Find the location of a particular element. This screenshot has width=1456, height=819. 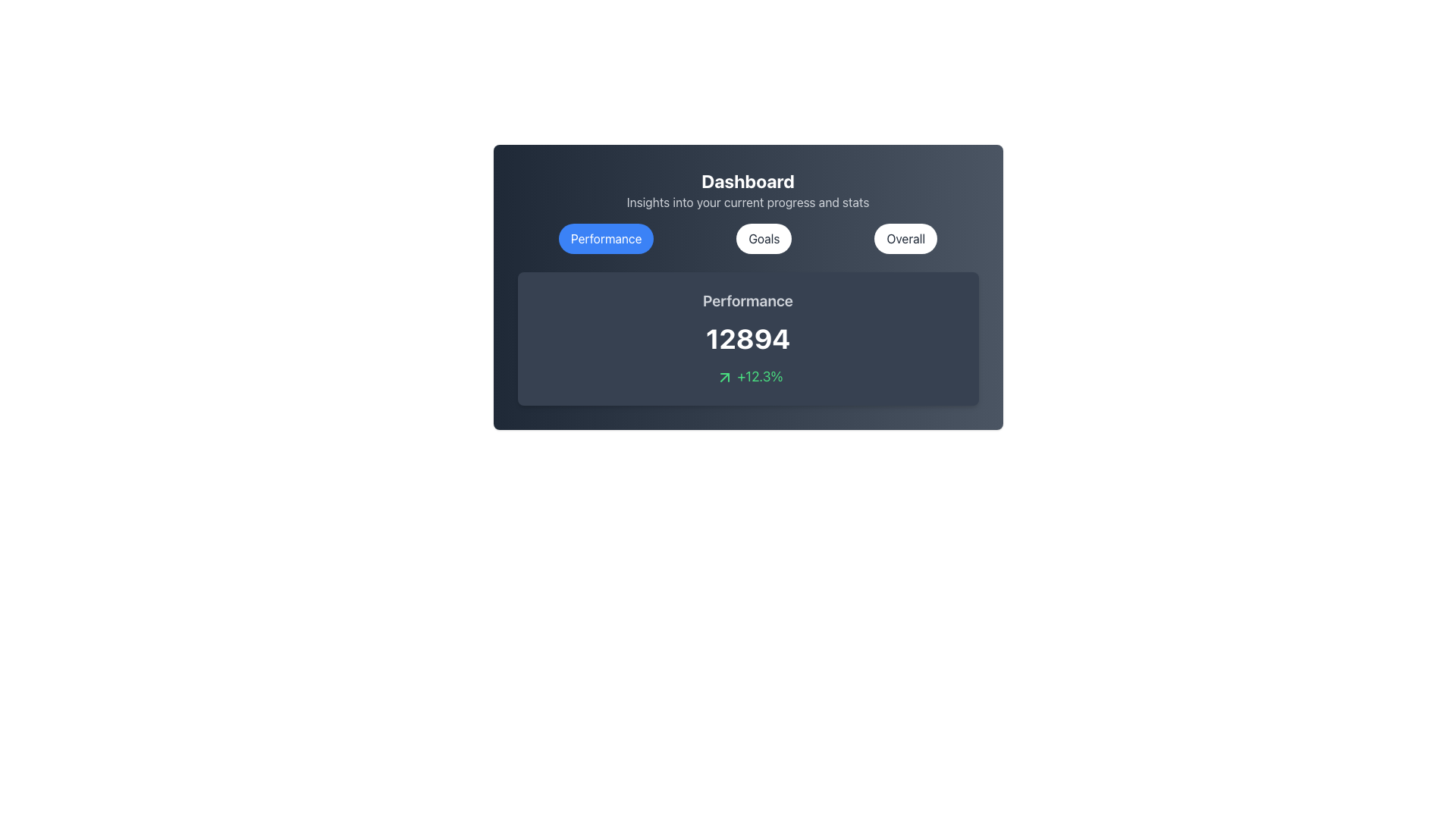

the 'Goals' button, which is positioned between the 'Performance' button (blue) and the 'Overall' button (white) in the button group beneath the 'Dashboard' heading is located at coordinates (764, 239).